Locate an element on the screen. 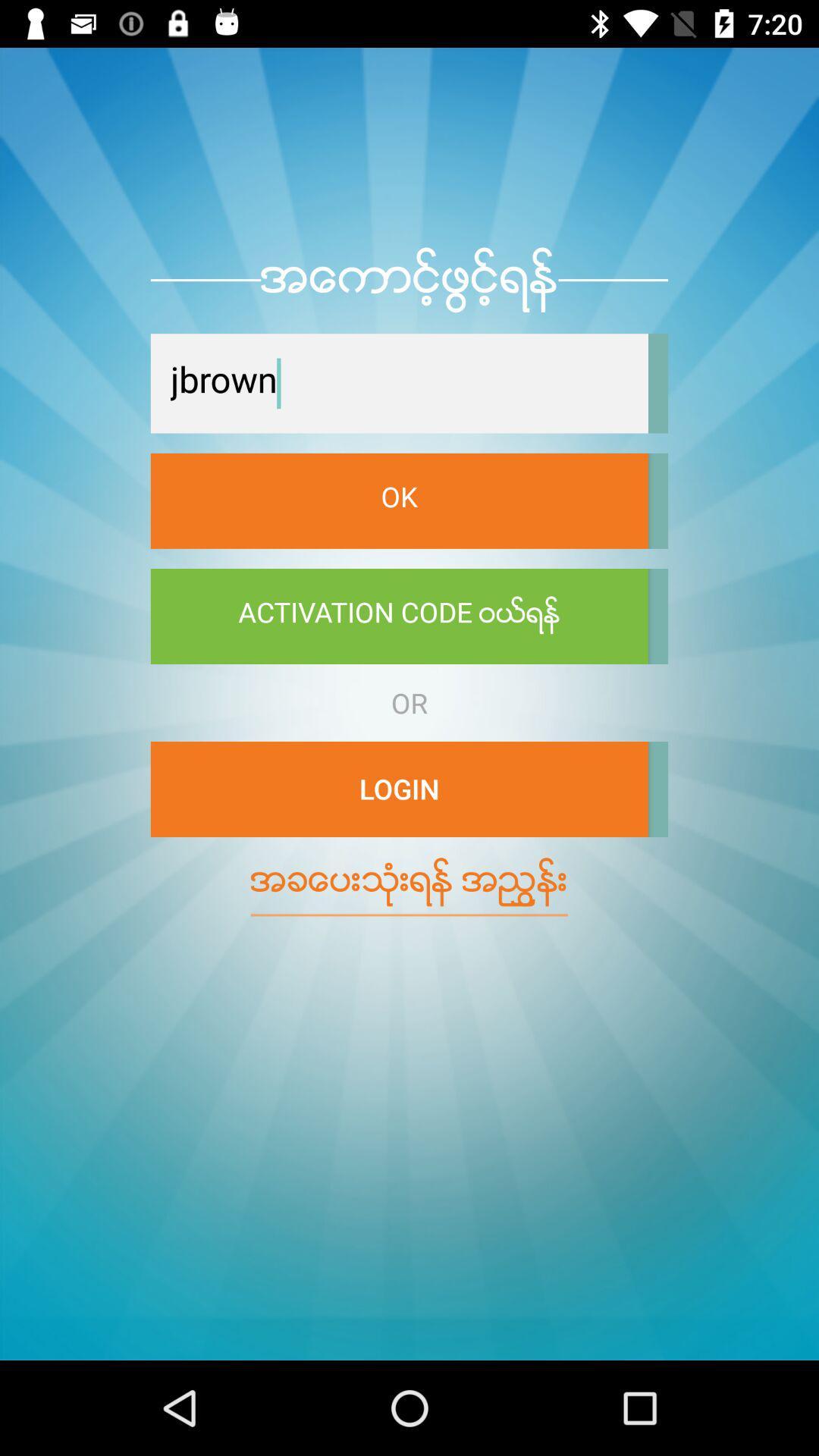  login icon is located at coordinates (398, 789).